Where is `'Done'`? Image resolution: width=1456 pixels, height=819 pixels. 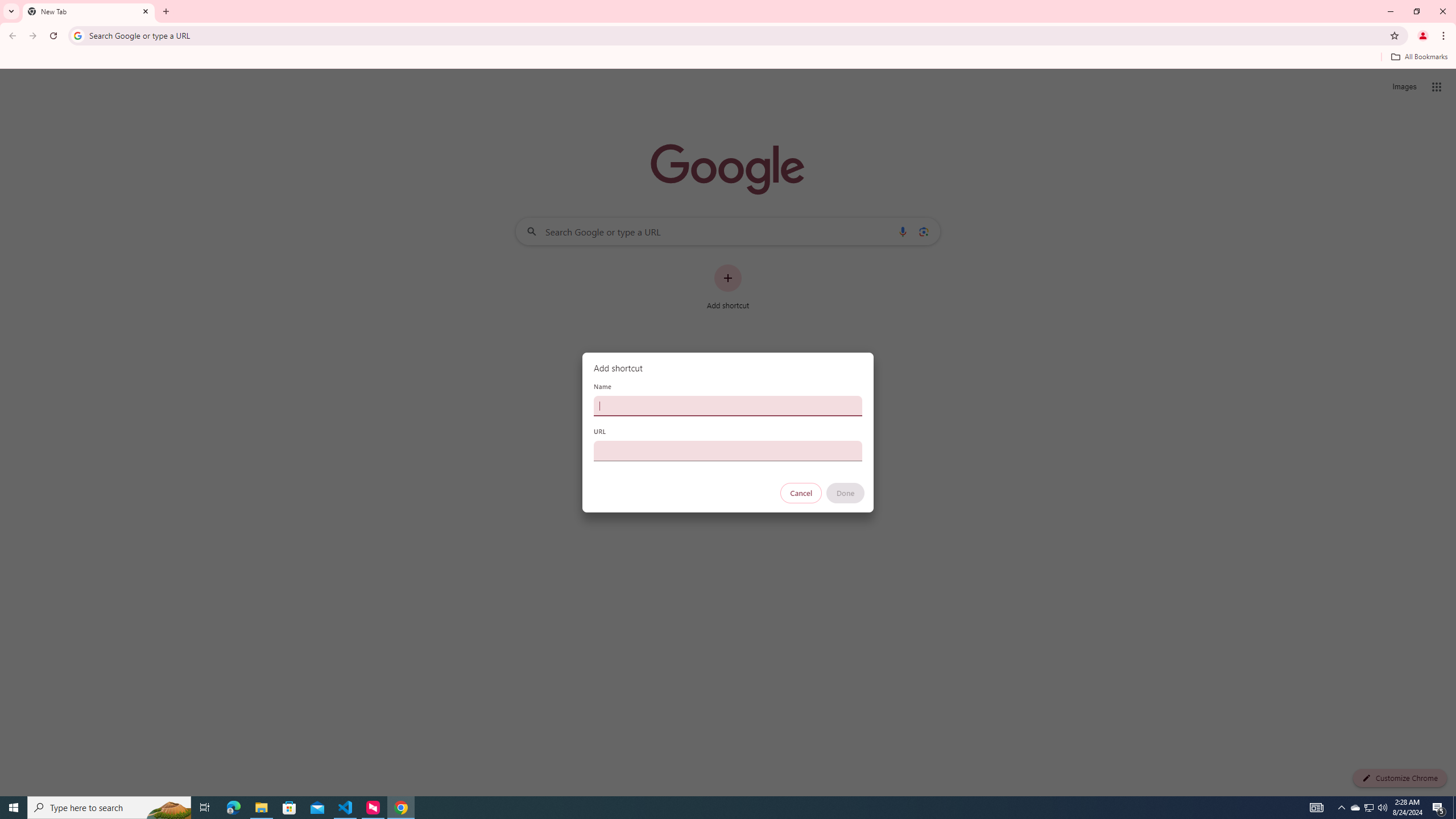 'Done' is located at coordinates (846, 493).